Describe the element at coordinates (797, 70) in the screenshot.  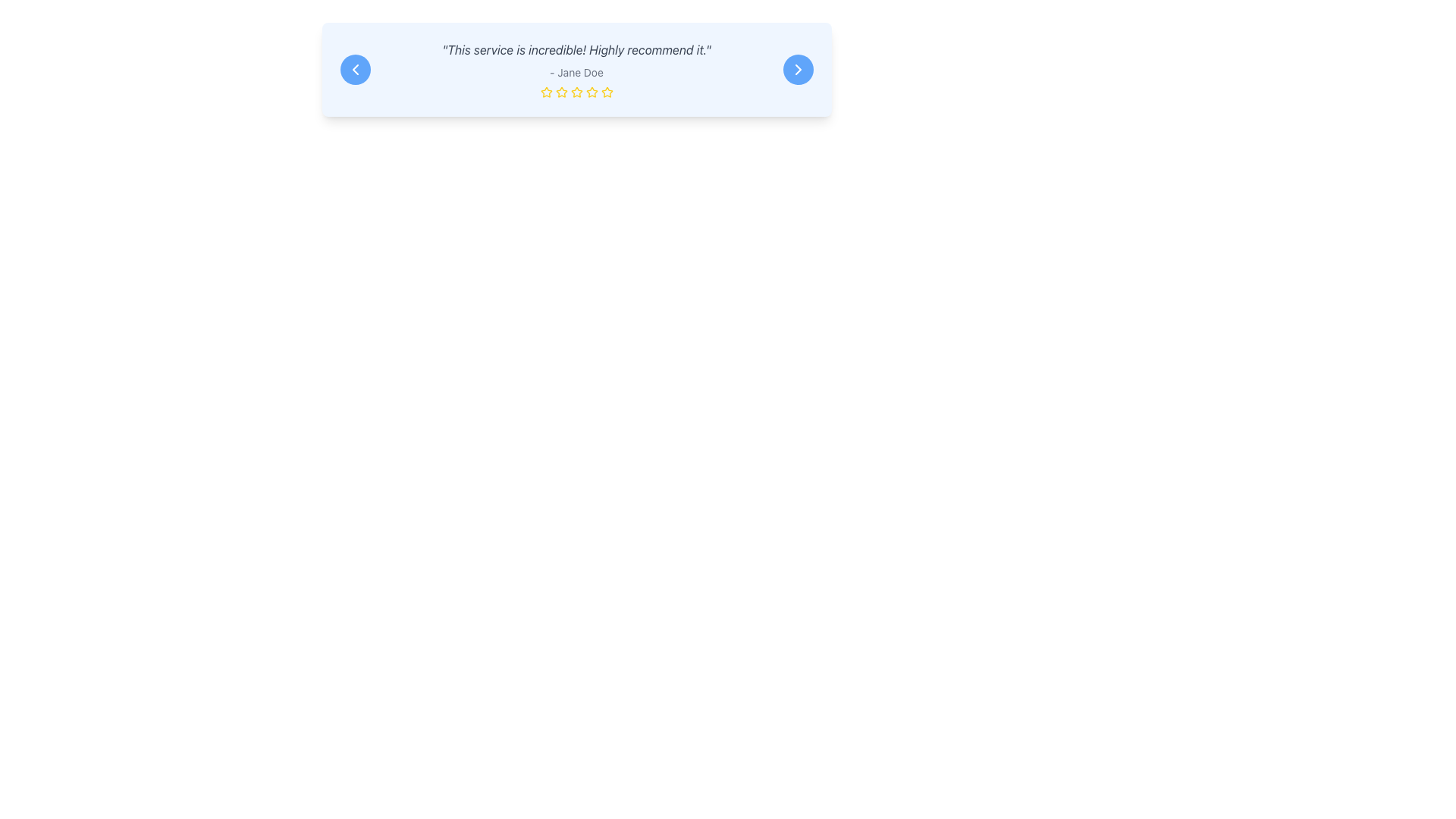
I see `the circular button with a blue background and a white arrow pointing to the right to observe its hover effect` at that location.